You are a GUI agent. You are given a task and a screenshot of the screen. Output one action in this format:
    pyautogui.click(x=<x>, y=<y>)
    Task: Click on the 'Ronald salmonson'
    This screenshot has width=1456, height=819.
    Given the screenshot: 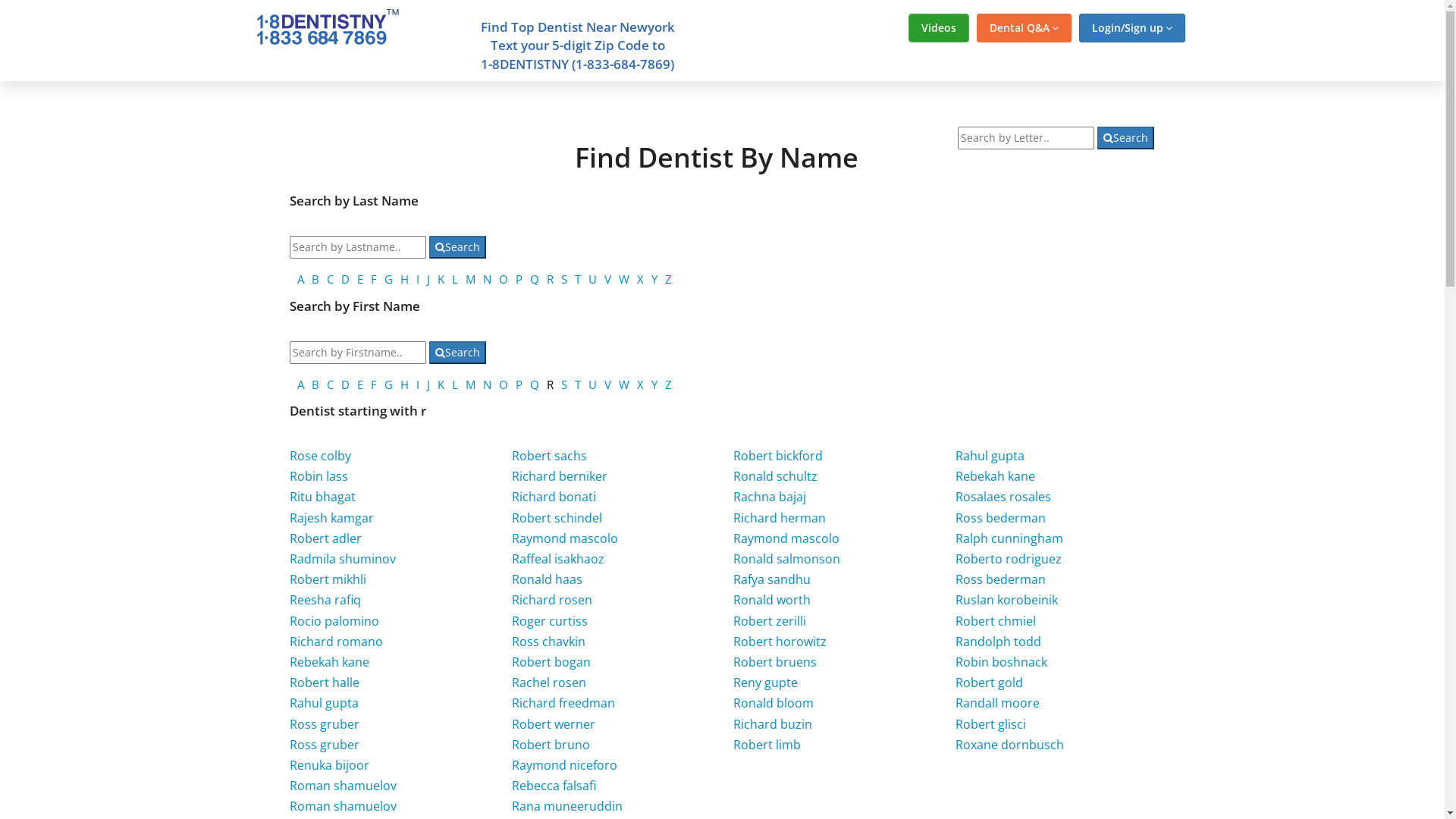 What is the action you would take?
    pyautogui.click(x=786, y=558)
    